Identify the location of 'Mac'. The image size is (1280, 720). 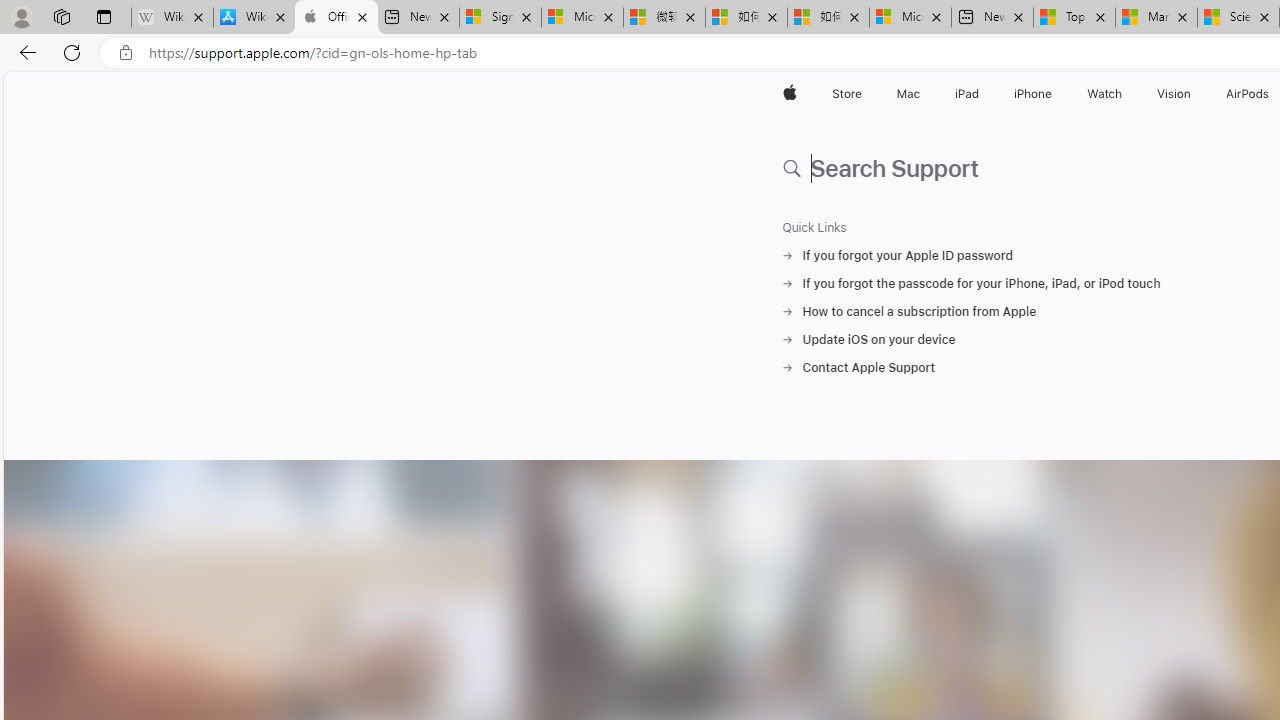
(907, 93).